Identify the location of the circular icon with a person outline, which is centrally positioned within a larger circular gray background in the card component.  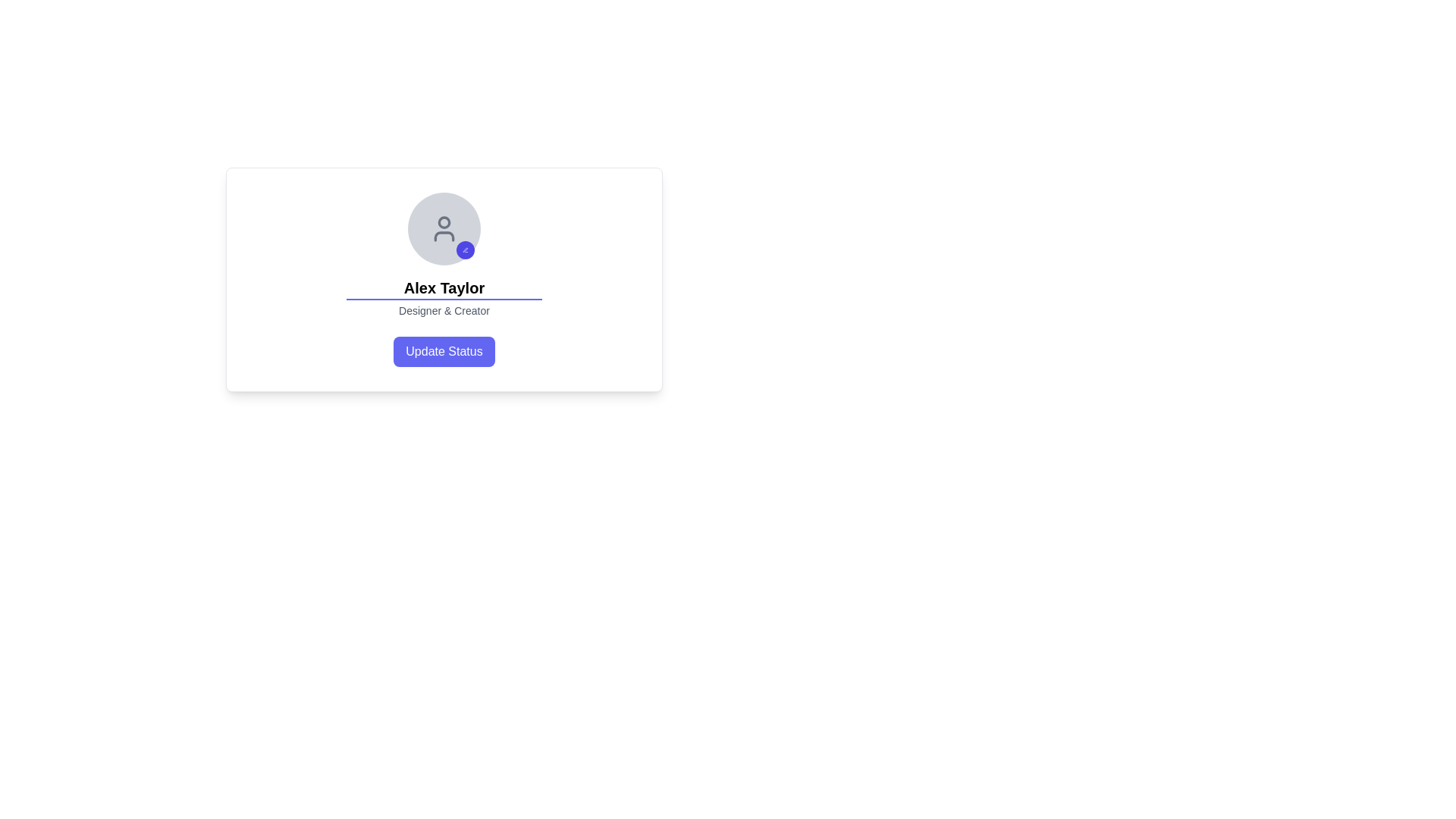
(443, 228).